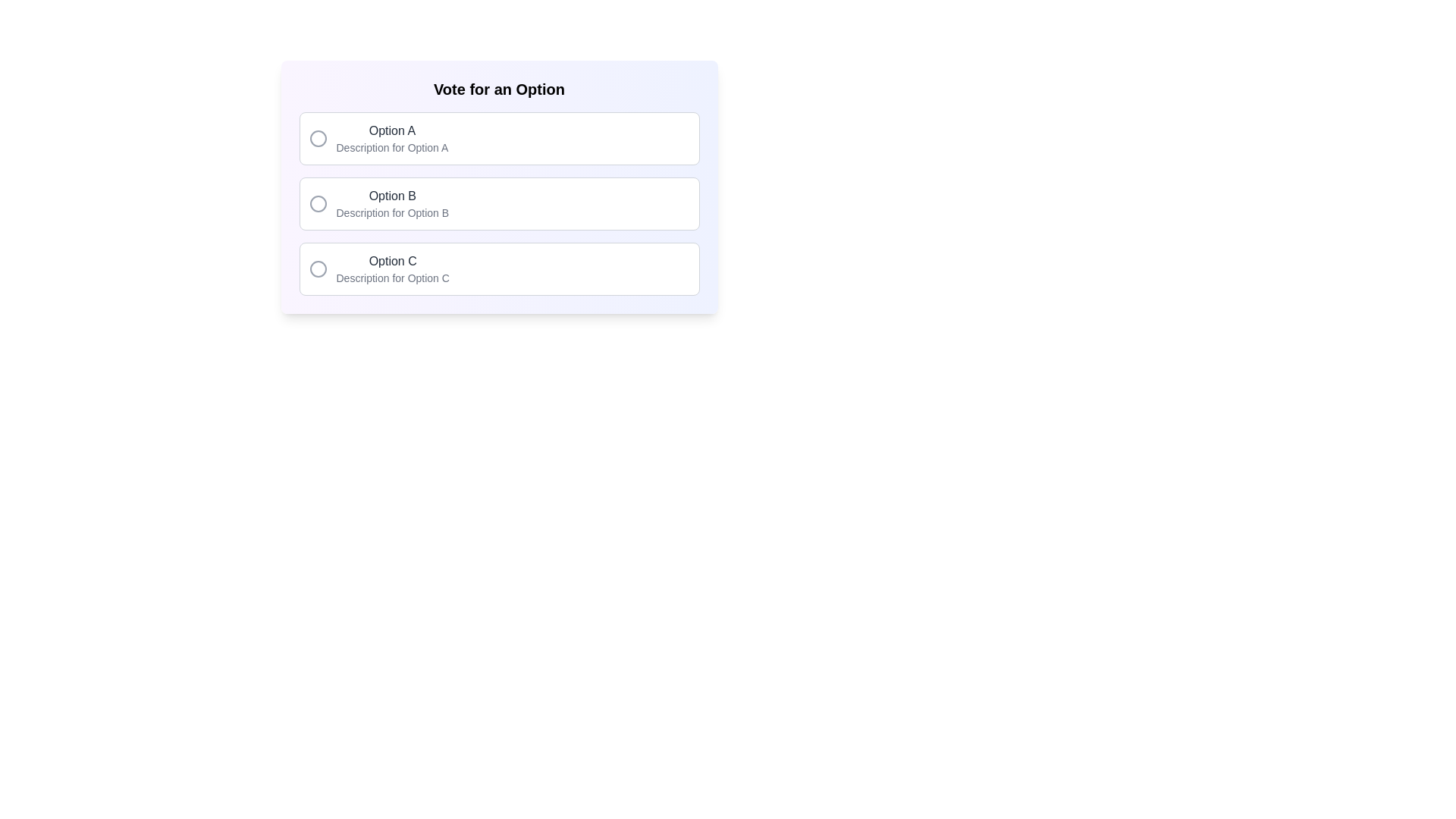  What do you see at coordinates (392, 203) in the screenshot?
I see `the 'Option B' text label, which consists of two lines: 'Option B' in bold dark gray and 'Description for Option B' in smaller light gray, positioned in the list of selectable items` at bounding box center [392, 203].